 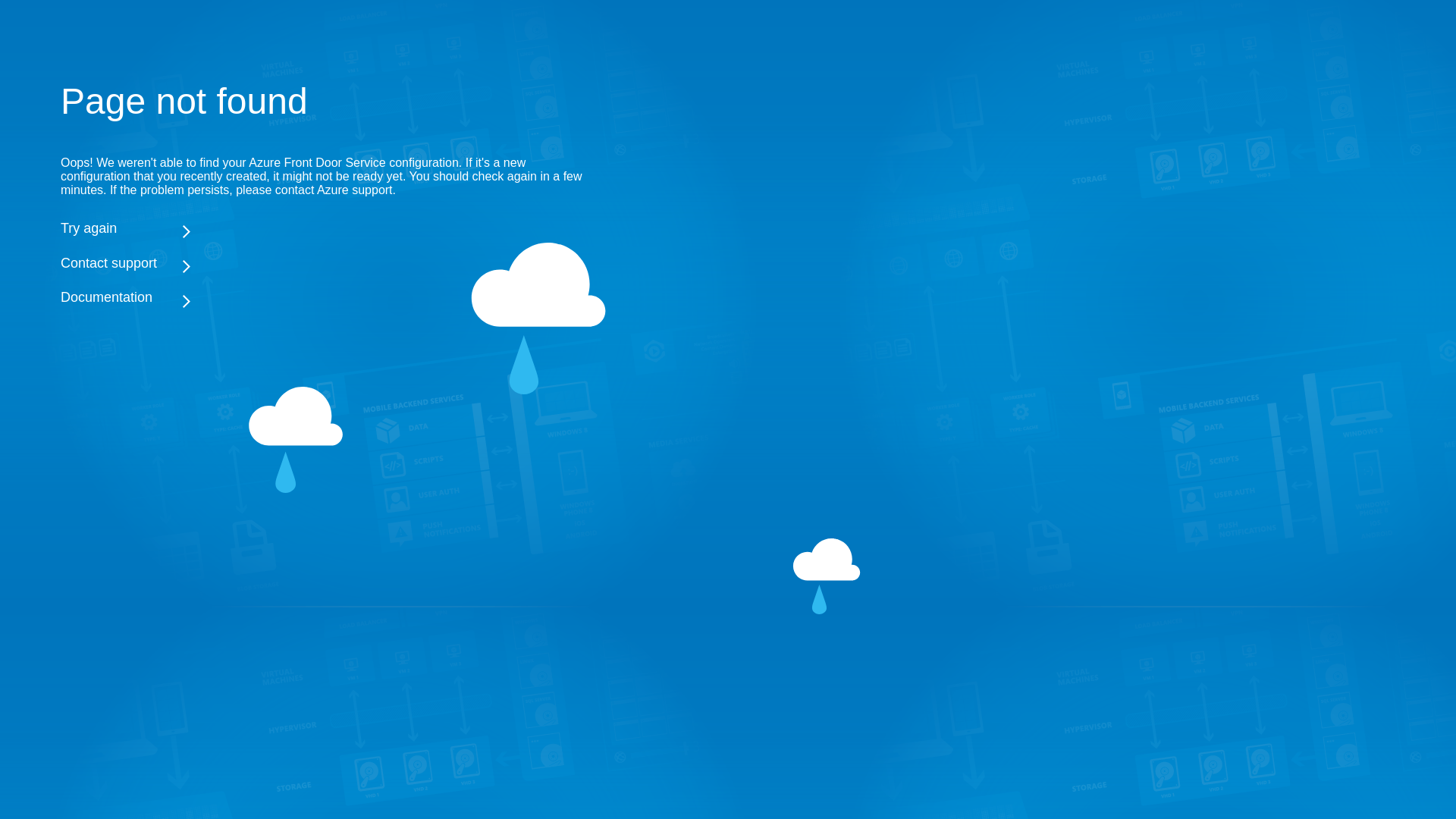 I want to click on 'Contact support', so click(x=325, y=262).